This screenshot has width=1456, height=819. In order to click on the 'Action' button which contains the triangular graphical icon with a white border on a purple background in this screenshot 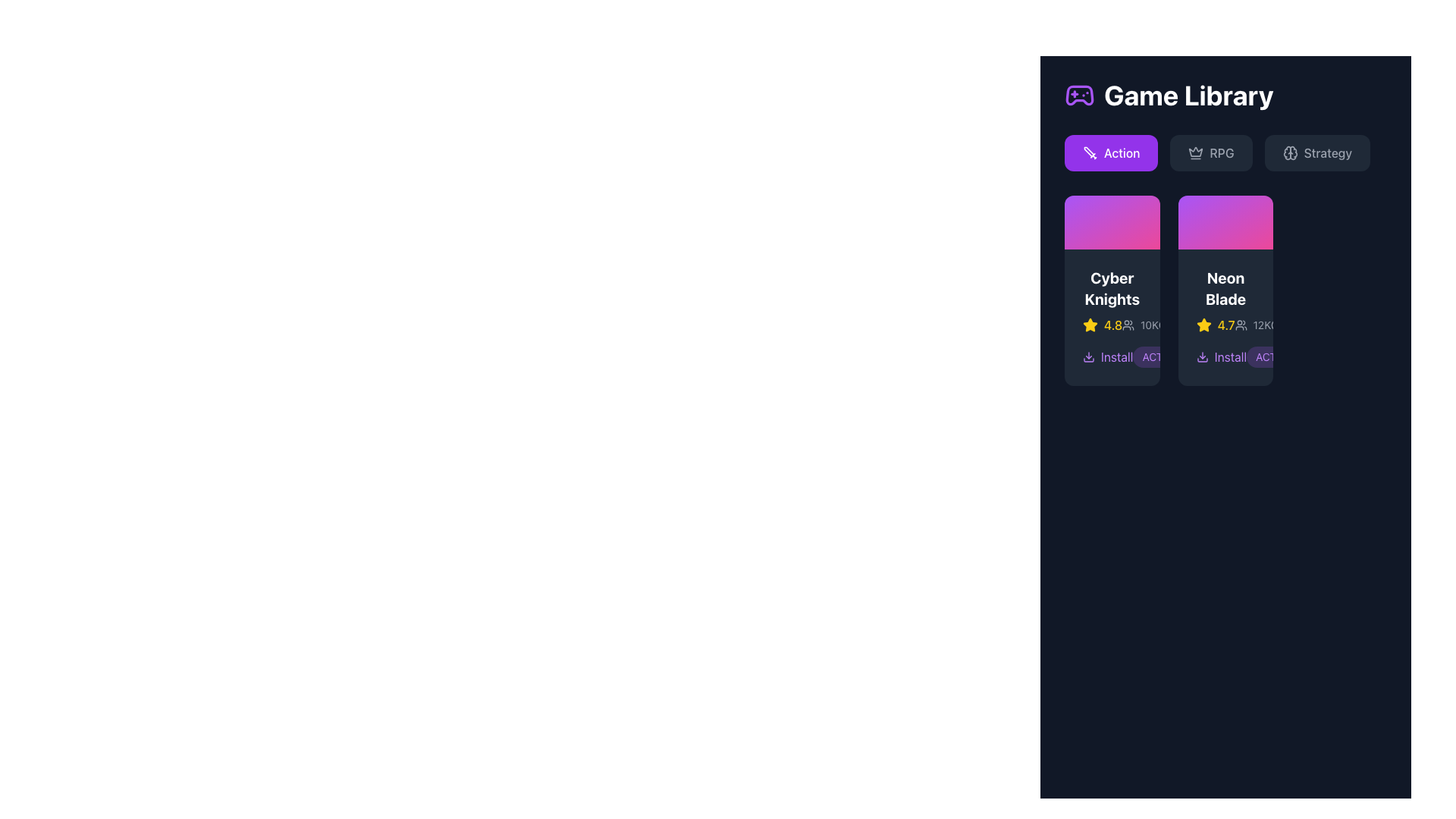, I will do `click(1087, 152)`.